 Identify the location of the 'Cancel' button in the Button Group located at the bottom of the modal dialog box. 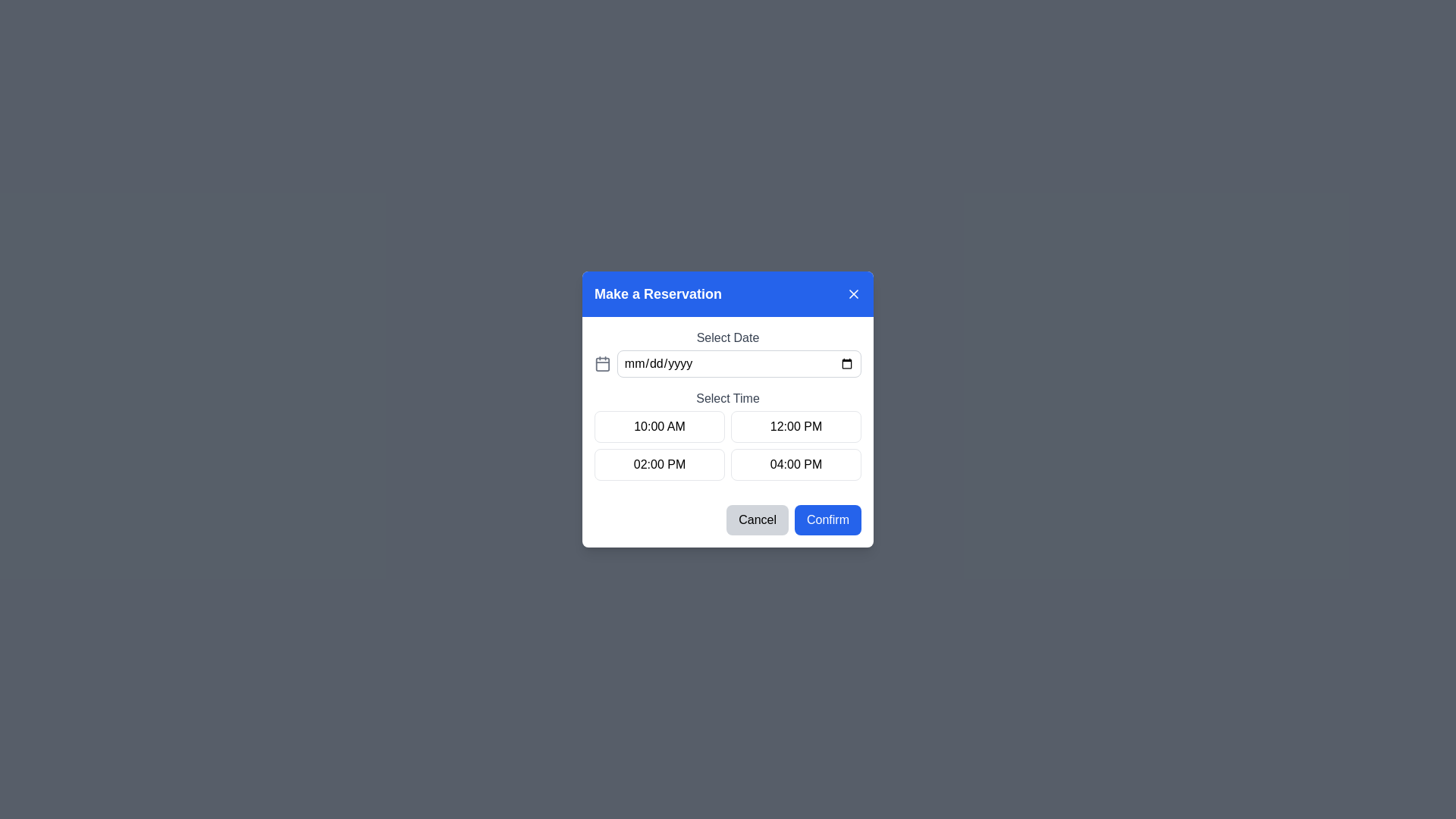
(728, 519).